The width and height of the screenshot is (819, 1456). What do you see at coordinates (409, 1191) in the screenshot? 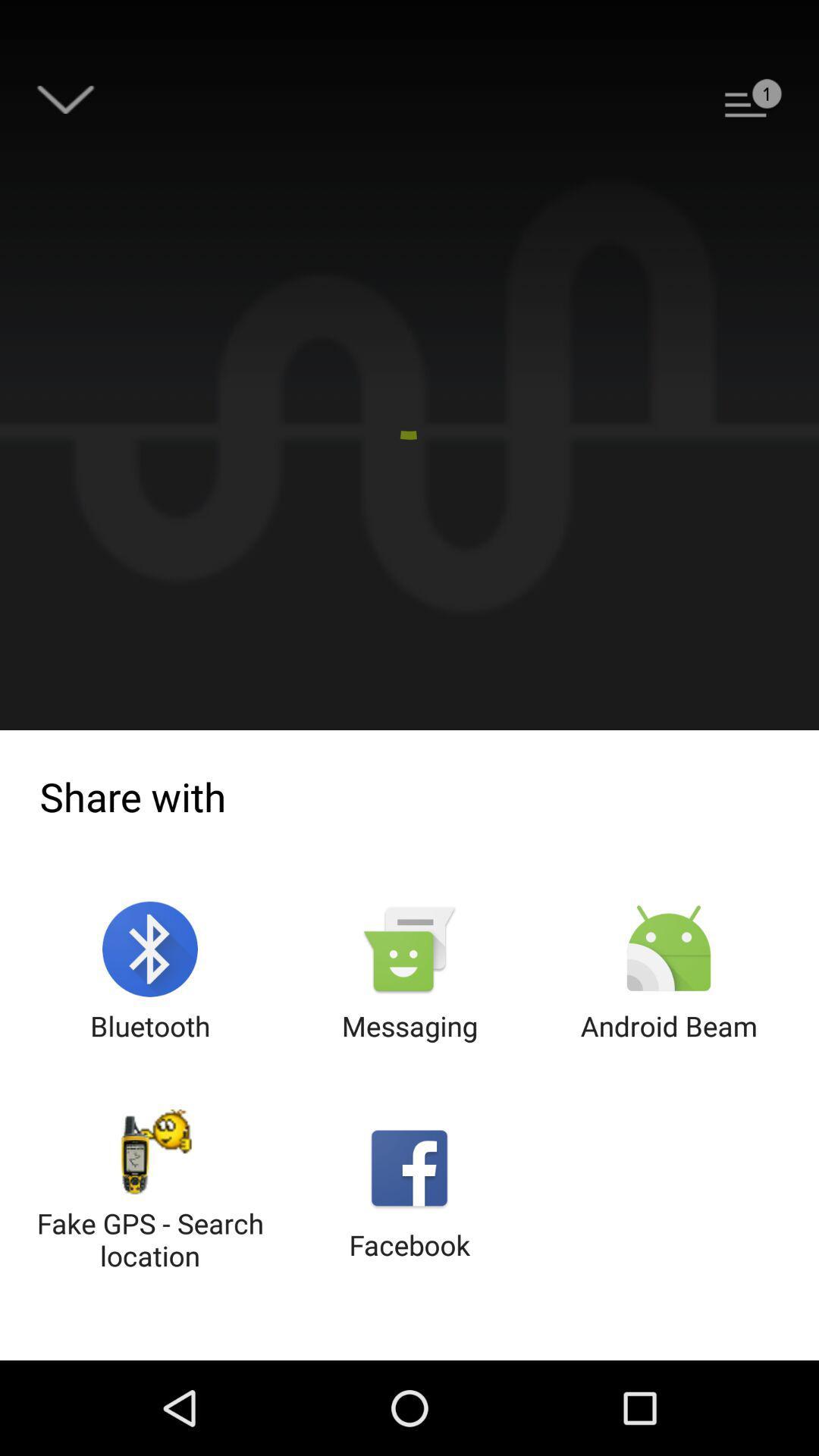
I see `the icon to the right of fake gps search button` at bounding box center [409, 1191].